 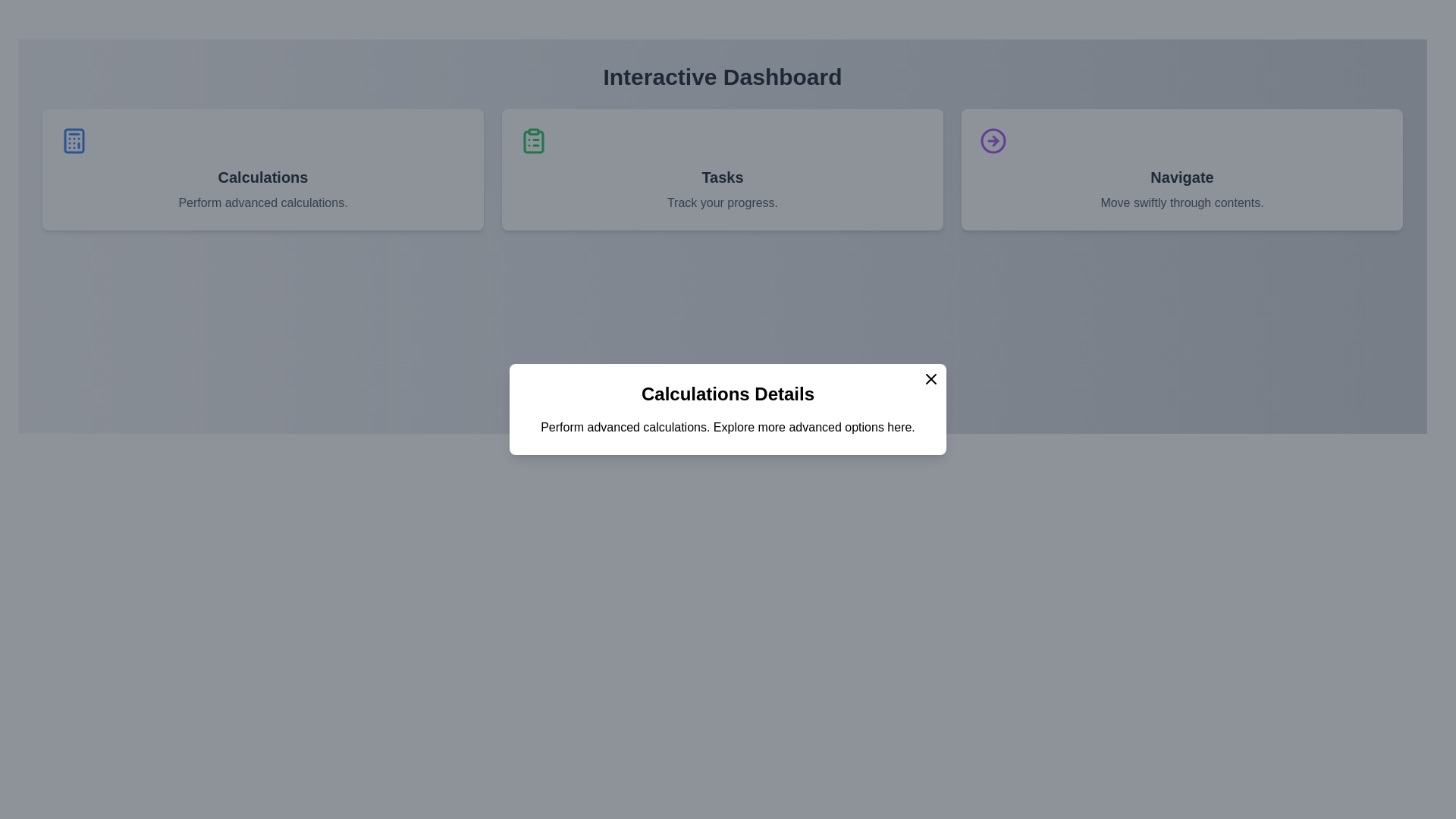 I want to click on the static text element displaying the phrase 'Track your progress.' which is positioned below the 'Tasks' title within the 'Tasks' card, so click(x=722, y=202).